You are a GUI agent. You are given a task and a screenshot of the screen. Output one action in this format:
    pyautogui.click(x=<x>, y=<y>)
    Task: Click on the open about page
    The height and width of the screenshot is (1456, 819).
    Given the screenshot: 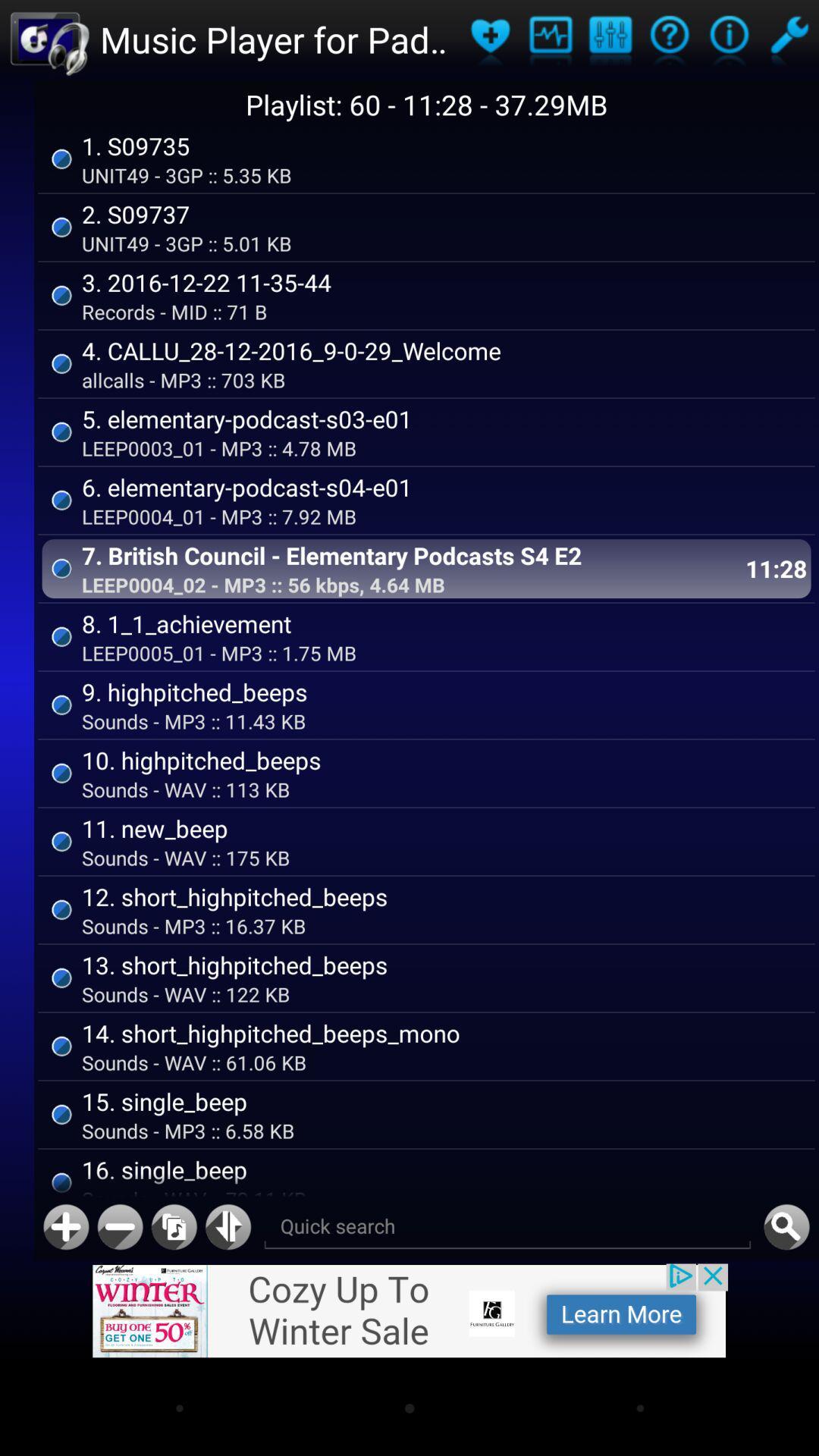 What is the action you would take?
    pyautogui.click(x=669, y=39)
    